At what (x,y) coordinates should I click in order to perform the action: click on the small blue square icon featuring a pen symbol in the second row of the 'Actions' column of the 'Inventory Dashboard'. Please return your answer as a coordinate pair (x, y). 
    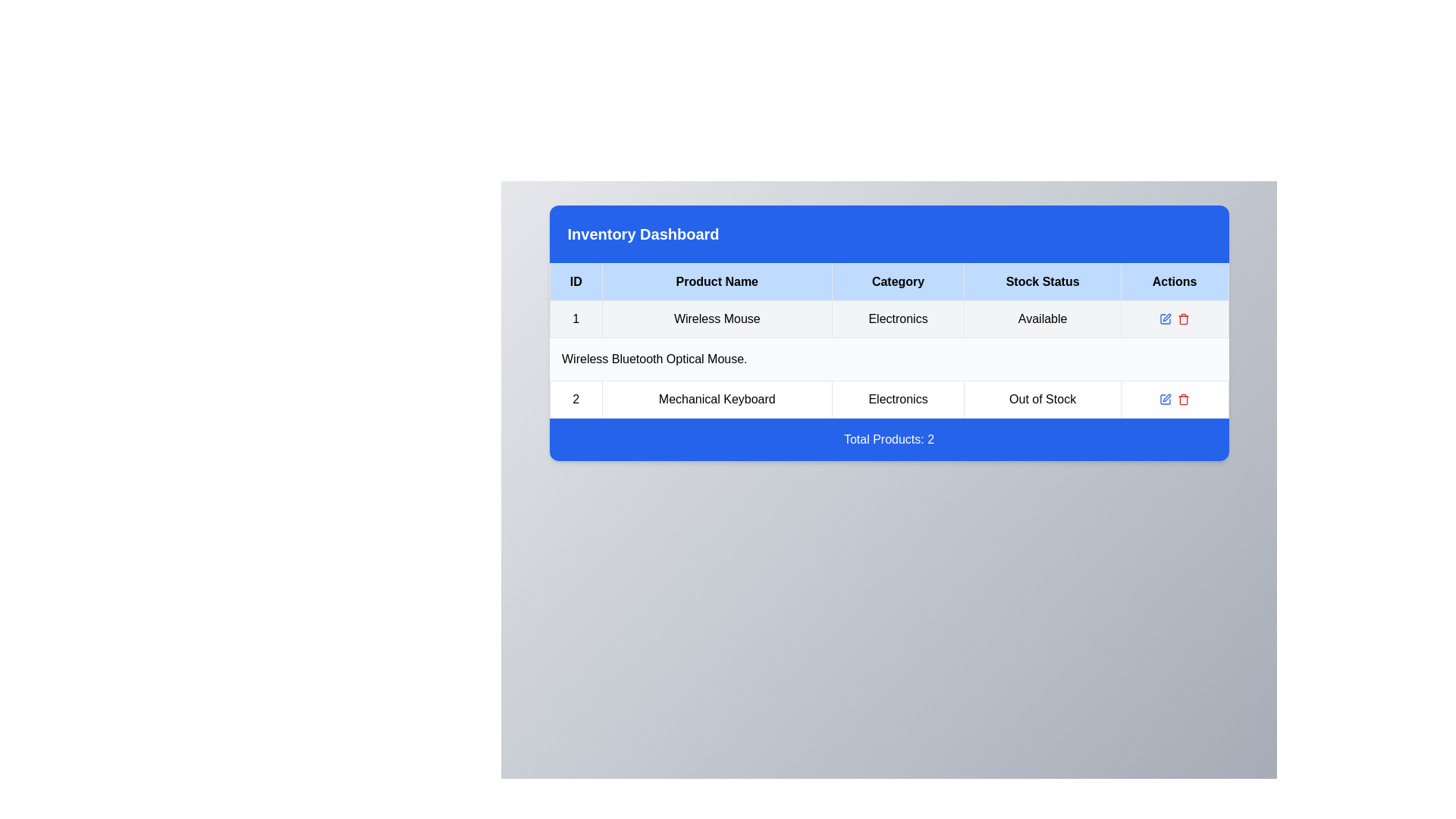
    Looking at the image, I should click on (1165, 318).